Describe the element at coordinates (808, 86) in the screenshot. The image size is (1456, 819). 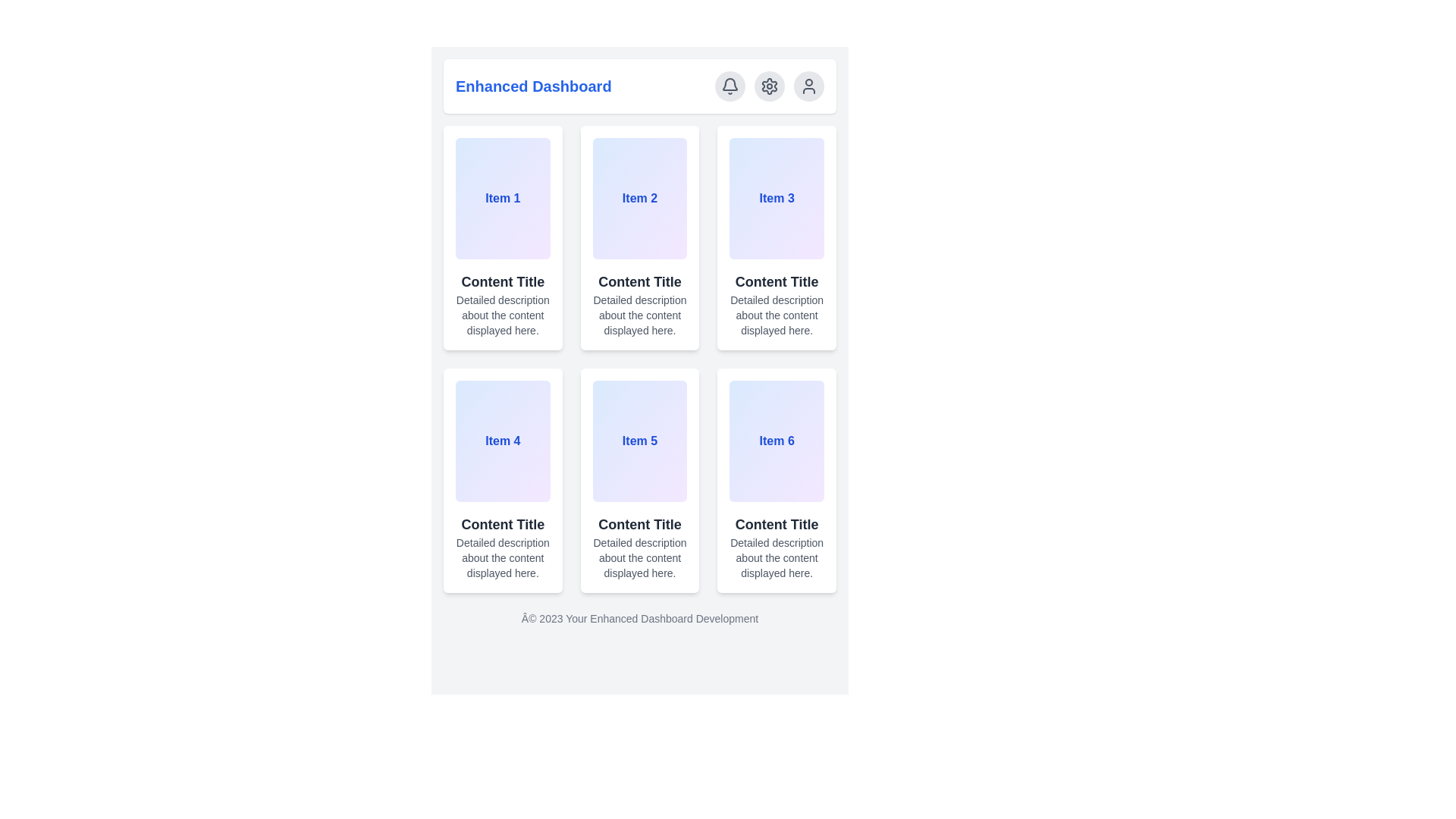
I see `the third circular button in the top-right corner of the interface` at that location.